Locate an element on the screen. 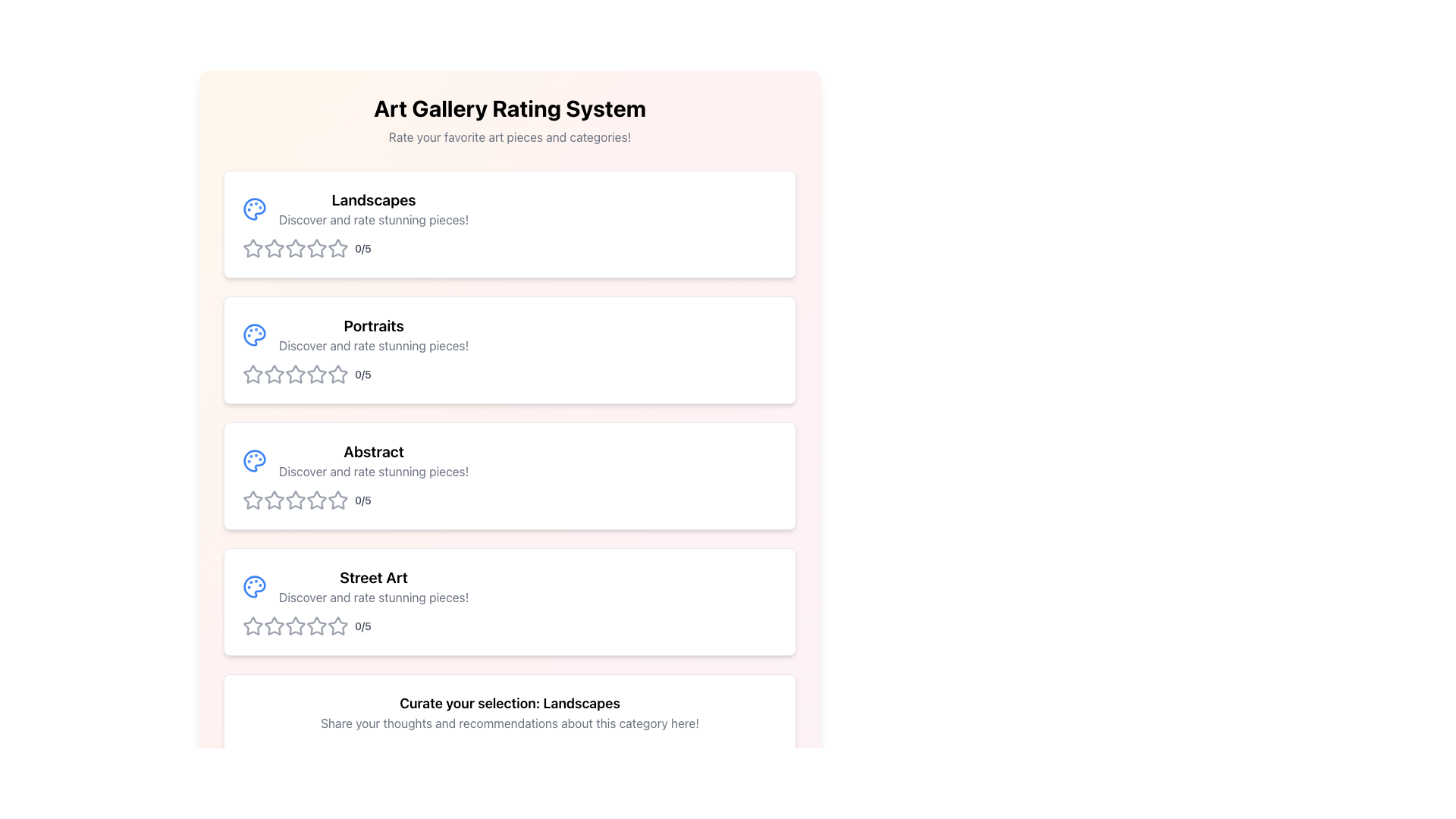 The height and width of the screenshot is (819, 1456). the fourth star icon in the 'Street Art' rating section is located at coordinates (295, 626).